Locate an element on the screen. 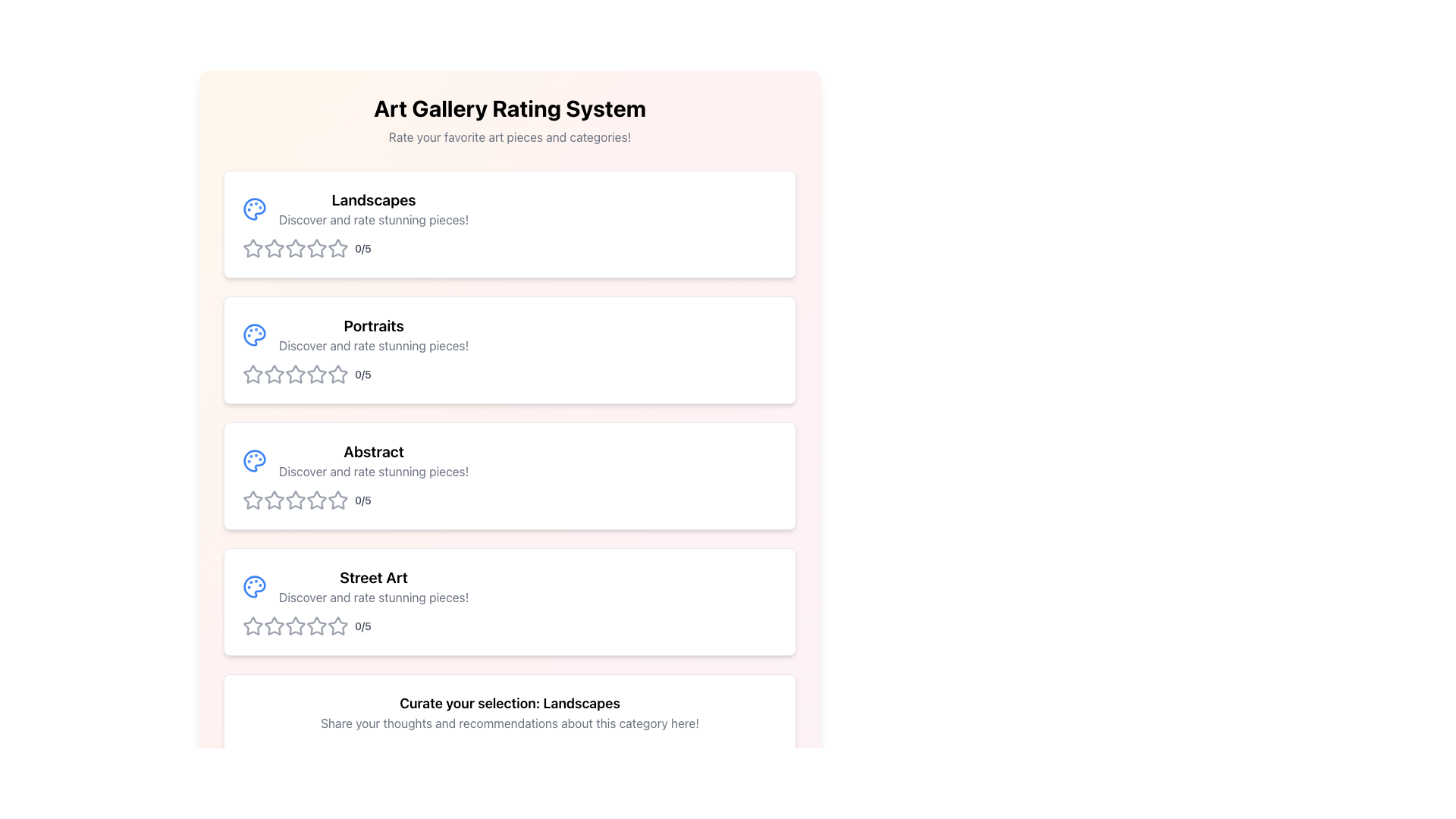 The height and width of the screenshot is (819, 1456). the fourth star icon in the 'Street Art' rating section is located at coordinates (295, 626).